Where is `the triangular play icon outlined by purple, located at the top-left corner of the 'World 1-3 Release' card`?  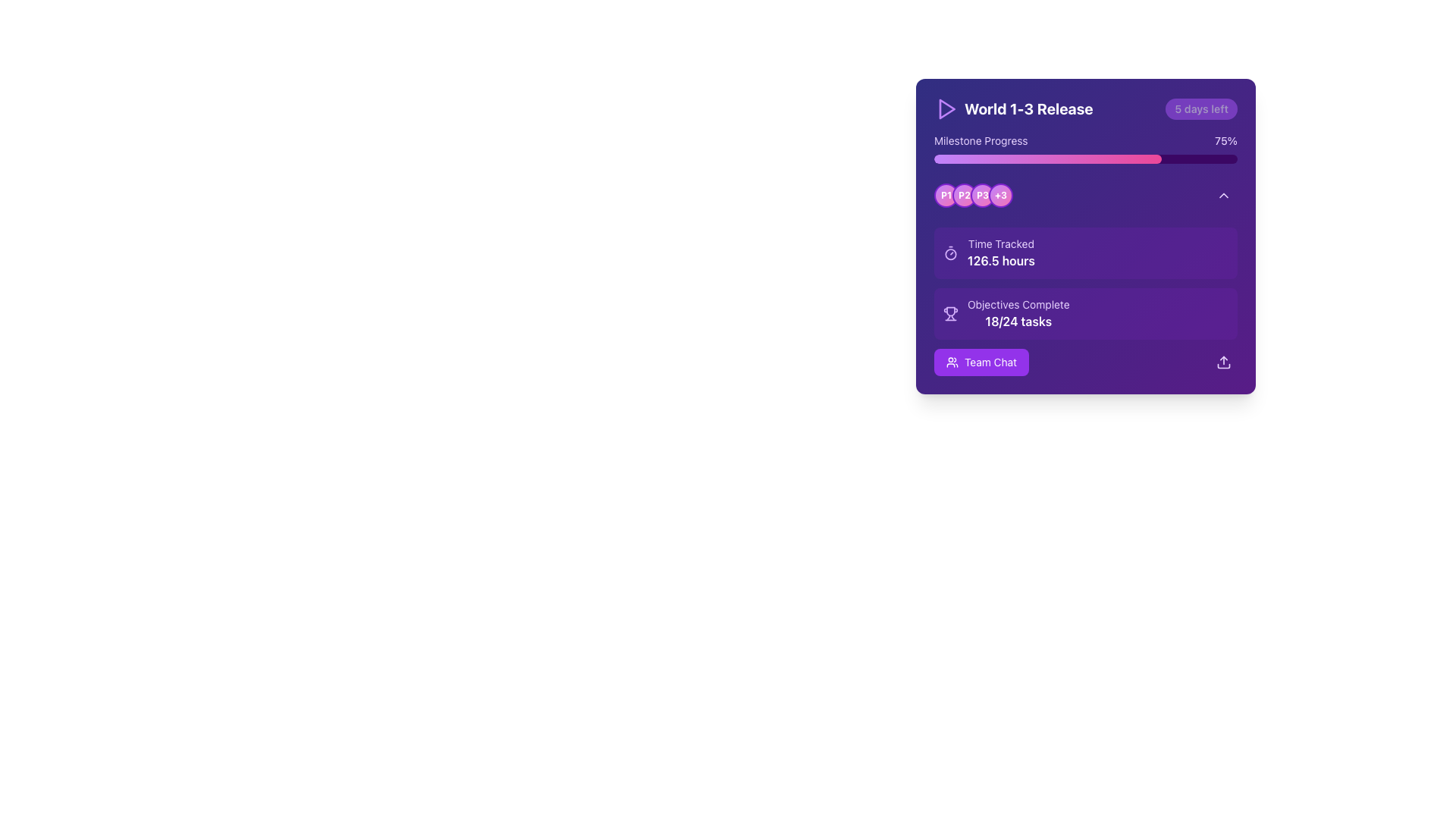
the triangular play icon outlined by purple, located at the top-left corner of the 'World 1-3 Release' card is located at coordinates (946, 108).